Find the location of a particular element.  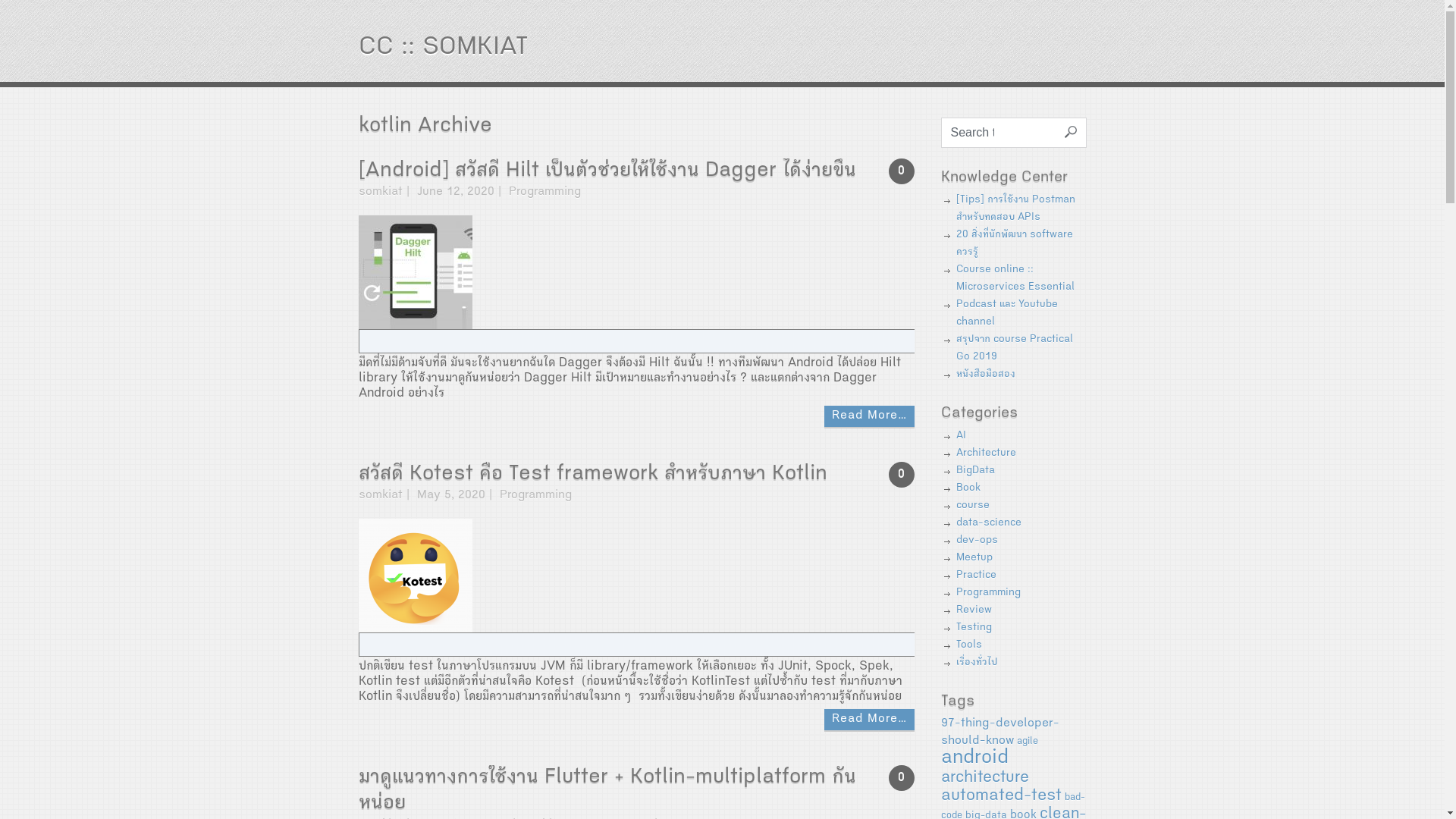

'Practice' is located at coordinates (975, 576).